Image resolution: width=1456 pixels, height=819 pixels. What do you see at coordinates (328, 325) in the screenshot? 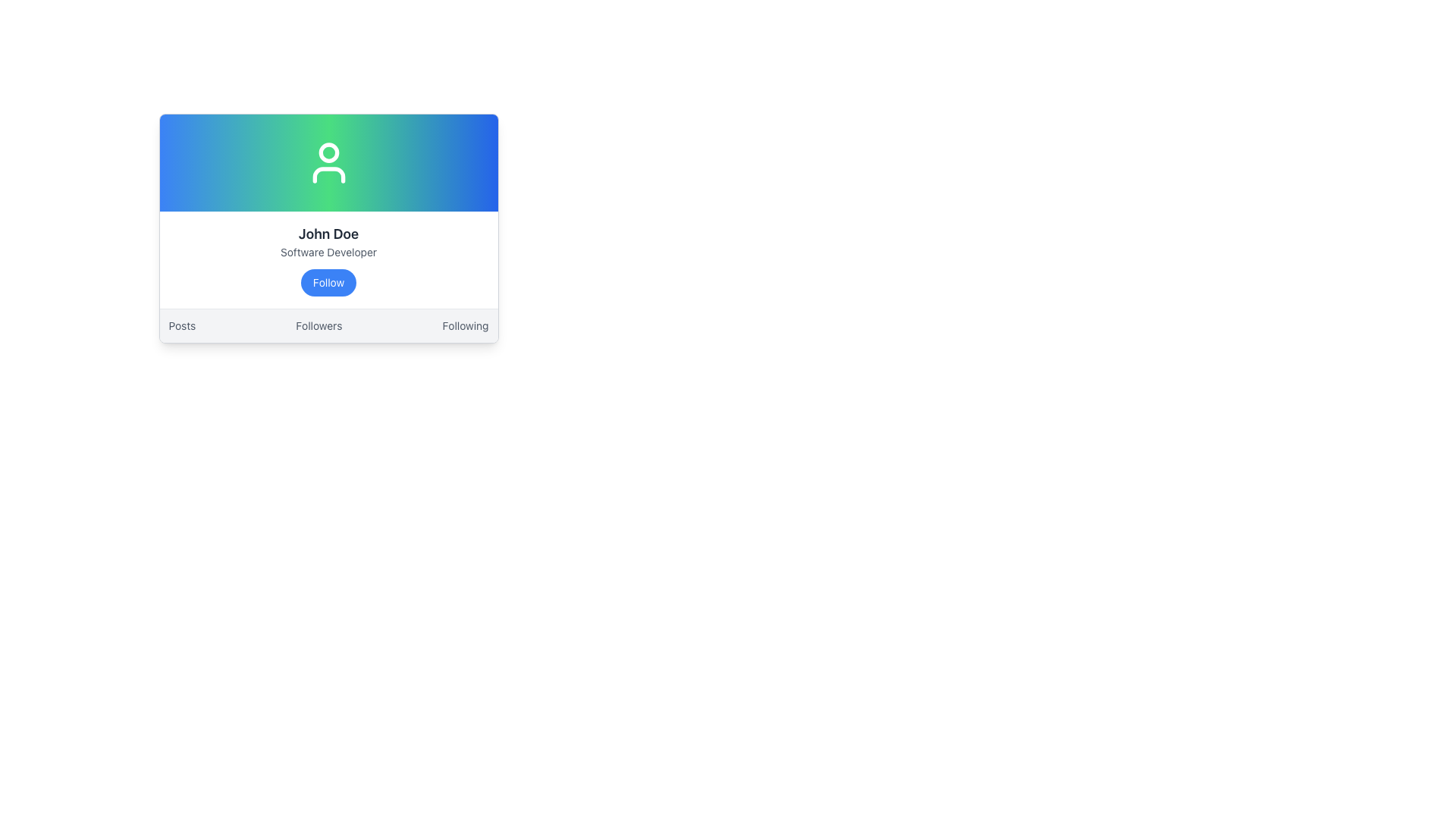
I see `the 'Followers' text link in the navigation bar` at bounding box center [328, 325].